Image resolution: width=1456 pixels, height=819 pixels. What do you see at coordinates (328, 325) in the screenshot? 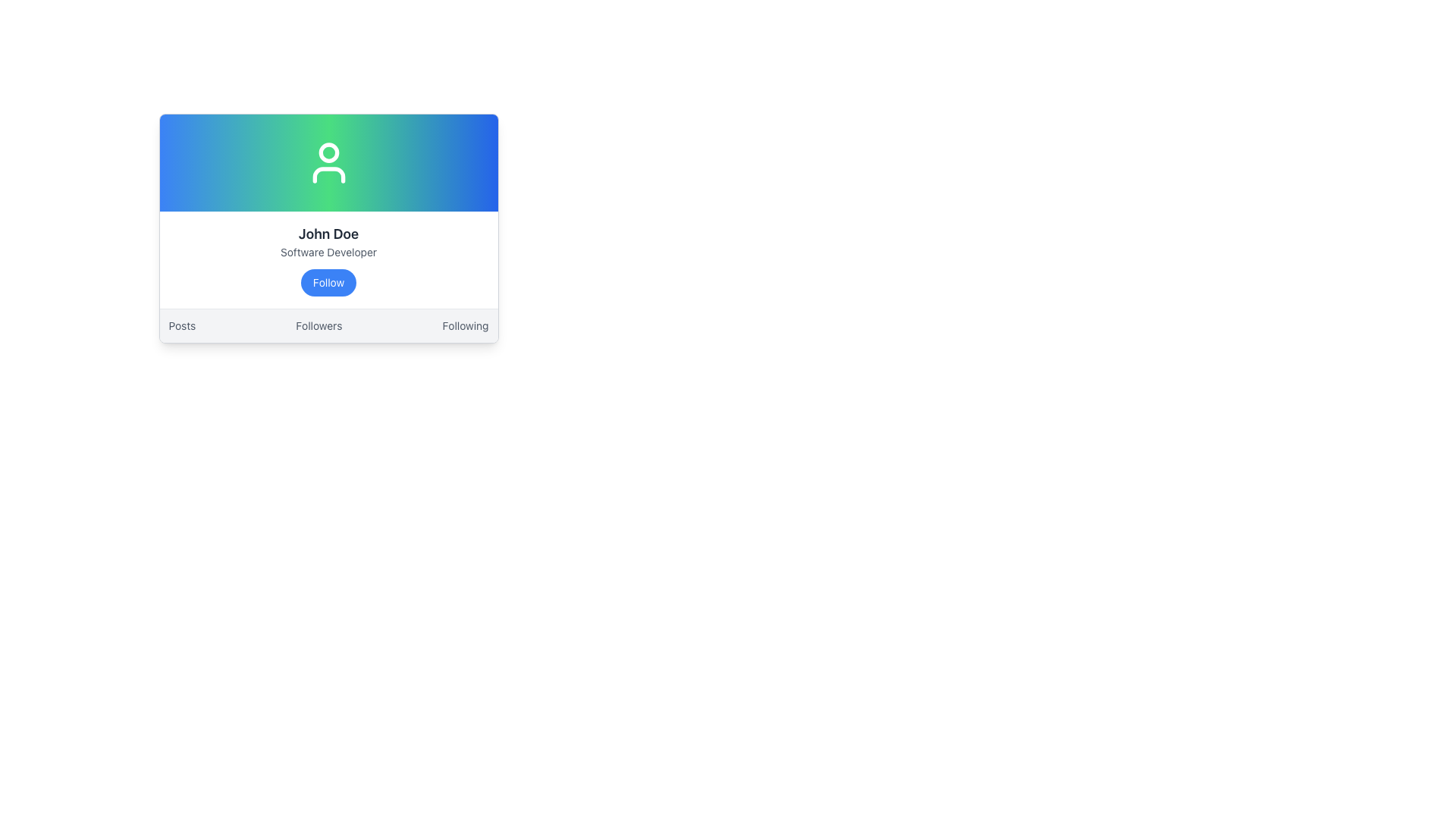
I see `the 'Followers' text link in the navigation bar` at bounding box center [328, 325].